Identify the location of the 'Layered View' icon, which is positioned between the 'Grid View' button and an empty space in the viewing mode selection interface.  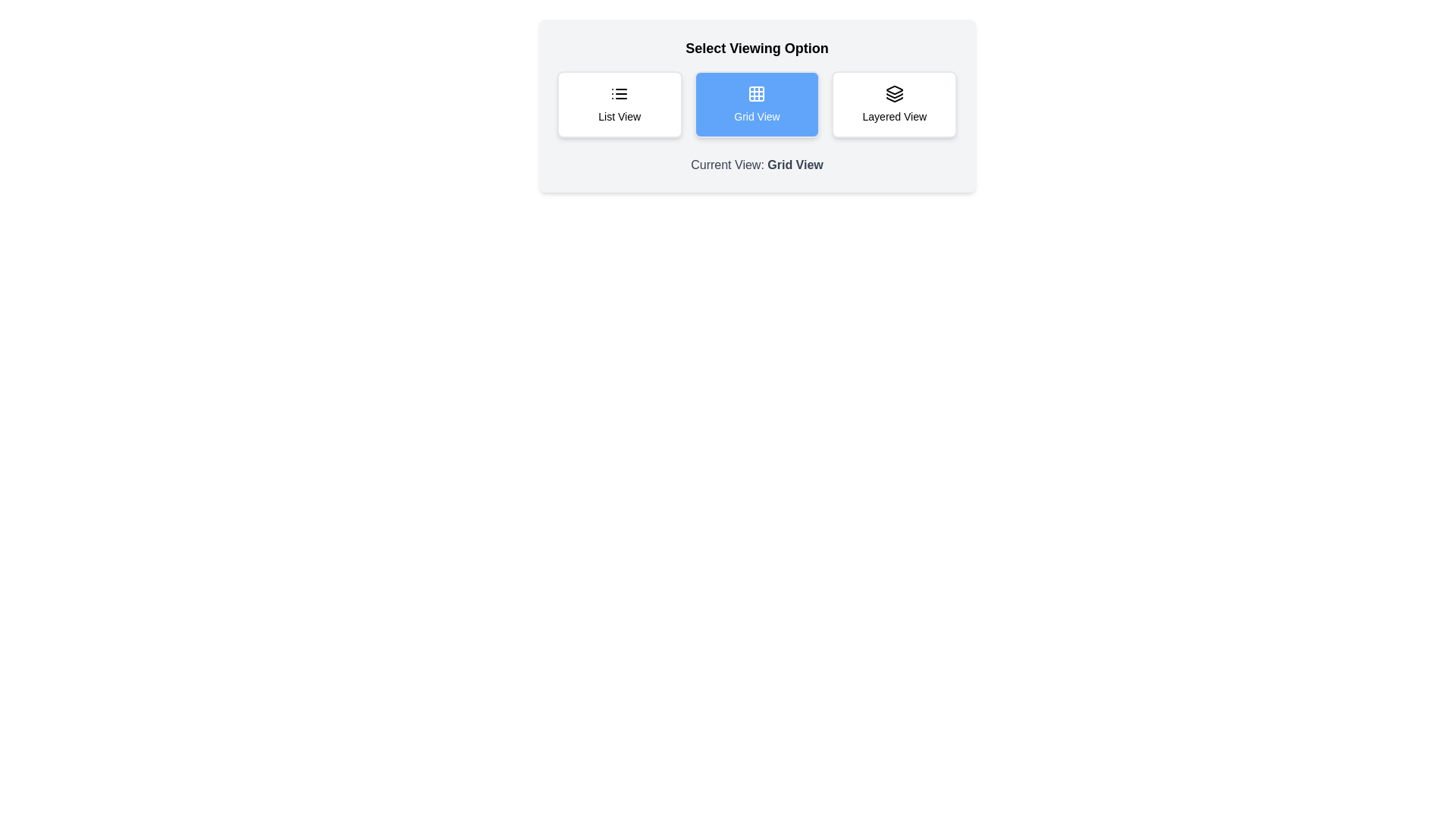
(894, 90).